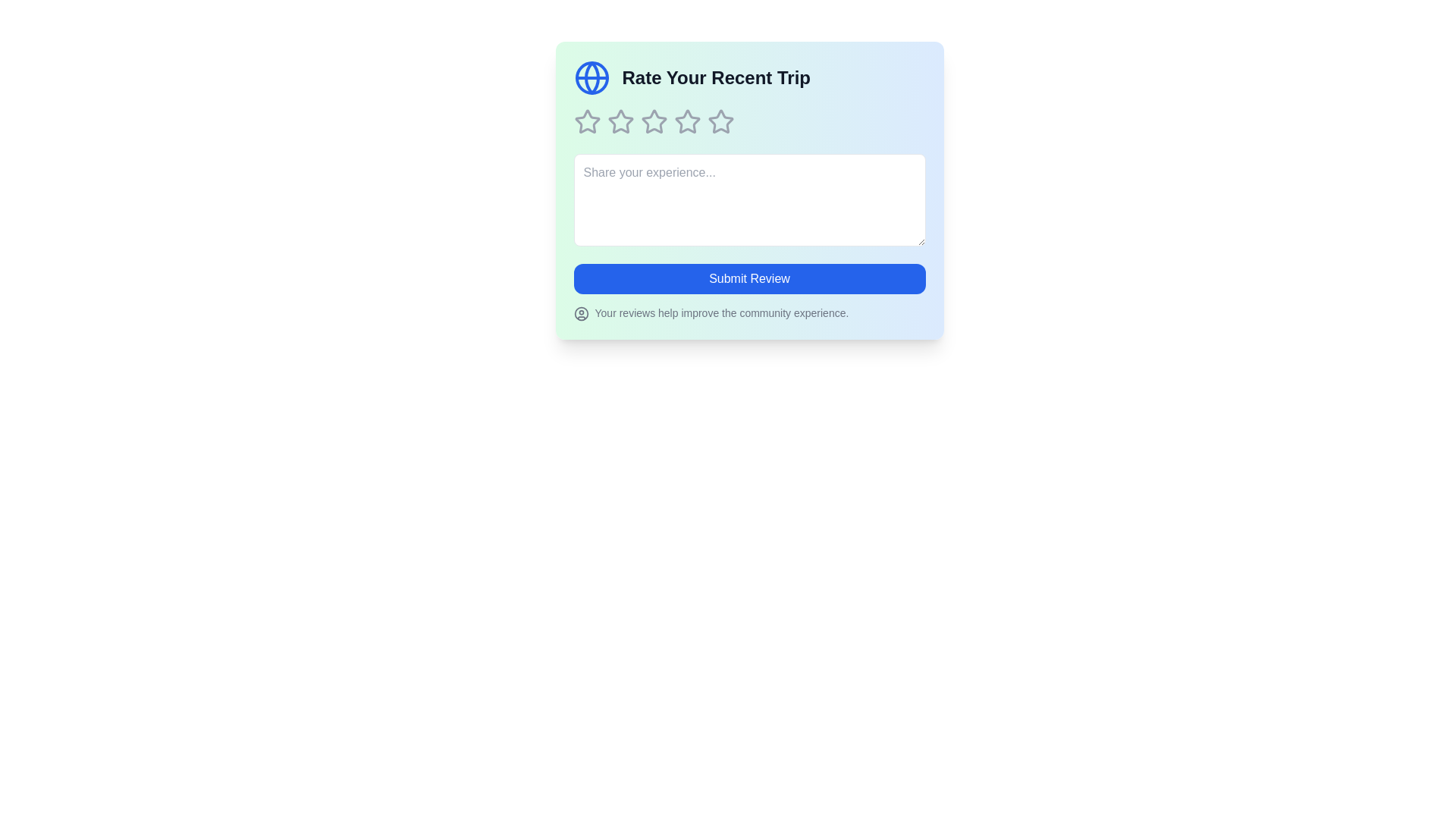  I want to click on the star corresponding to 1, so click(586, 121).